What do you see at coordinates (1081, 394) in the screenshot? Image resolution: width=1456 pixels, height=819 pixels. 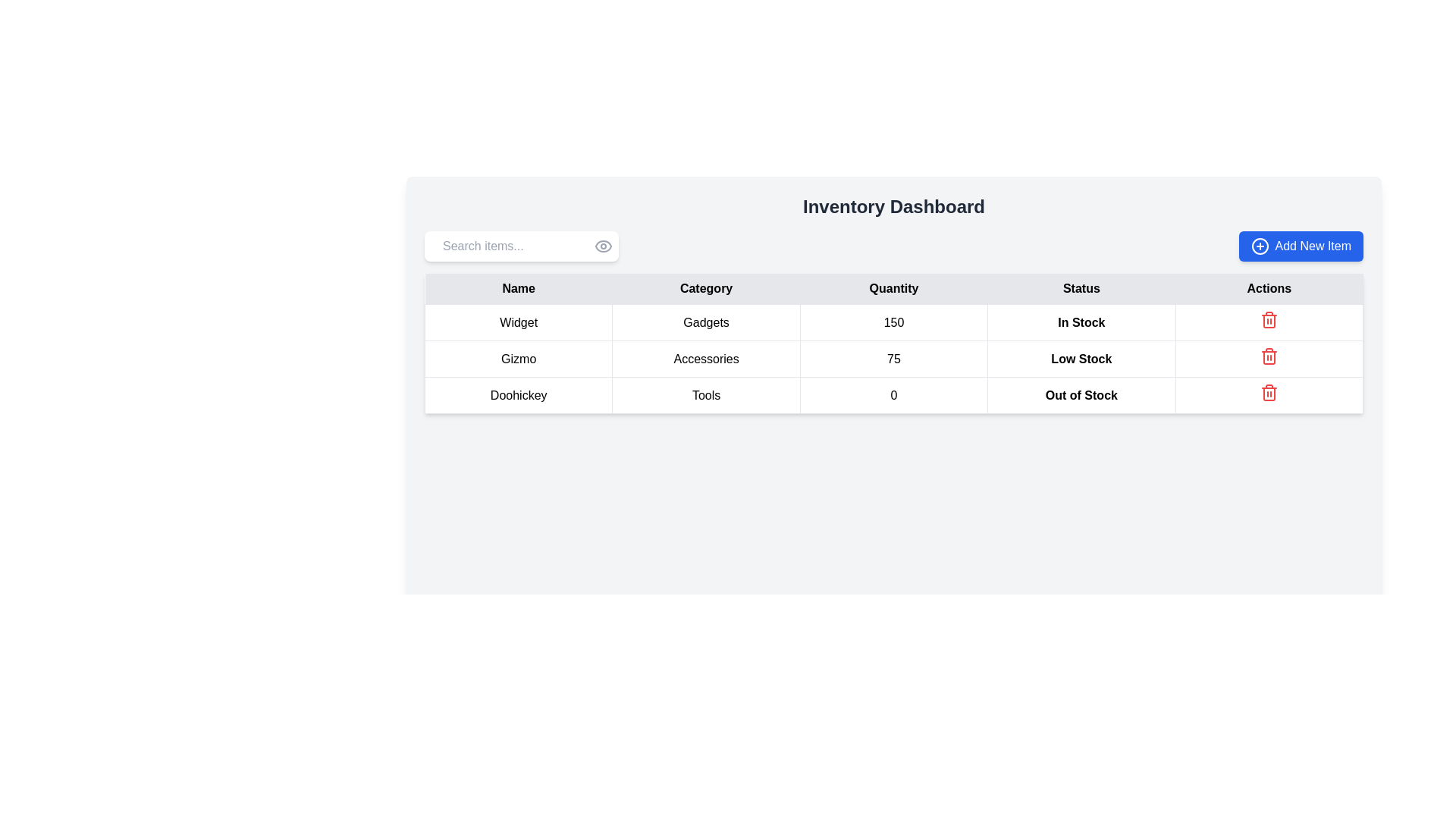 I see `text content of the 'Out of Stock' label located in the 'Status' column of the last row in the table, next to the 'Quantity' column and left of the 'Actions' column` at bounding box center [1081, 394].